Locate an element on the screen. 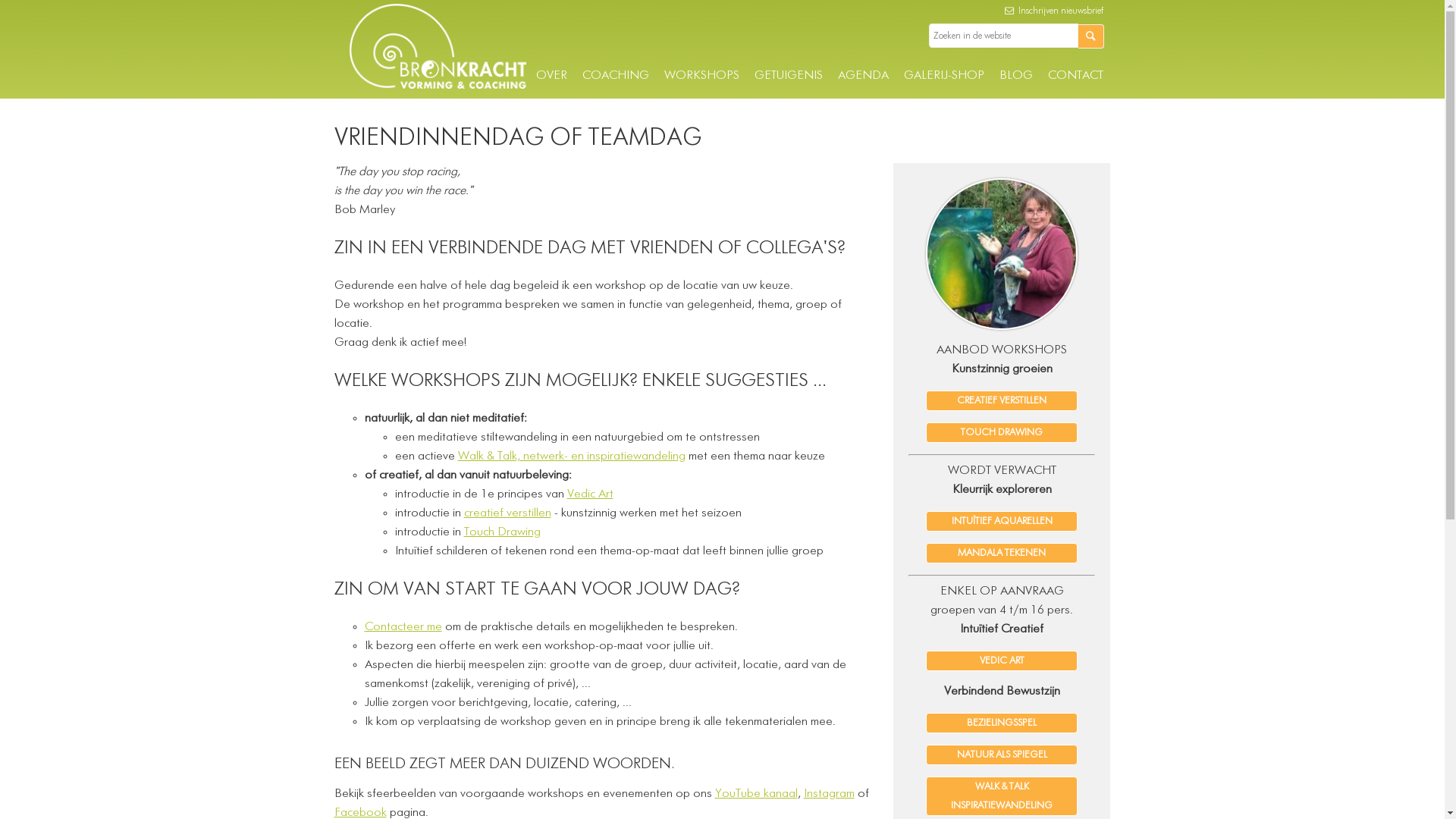  'BLOG' is located at coordinates (1015, 76).